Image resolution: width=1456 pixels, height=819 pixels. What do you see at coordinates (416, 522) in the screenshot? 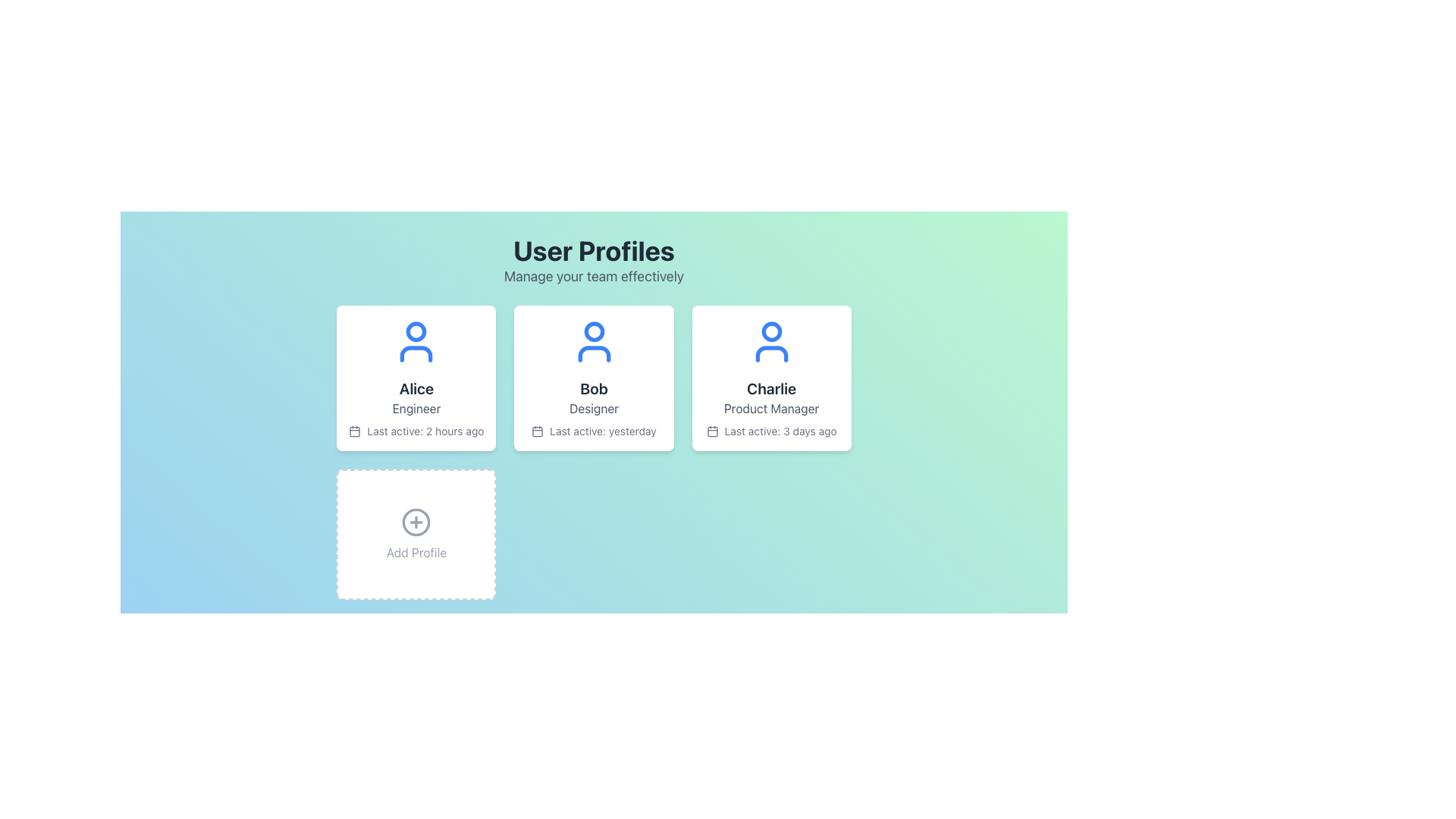
I see `the SVG Circle button for adding a new profile, located at the bottom row of the user profile grid layout` at bounding box center [416, 522].